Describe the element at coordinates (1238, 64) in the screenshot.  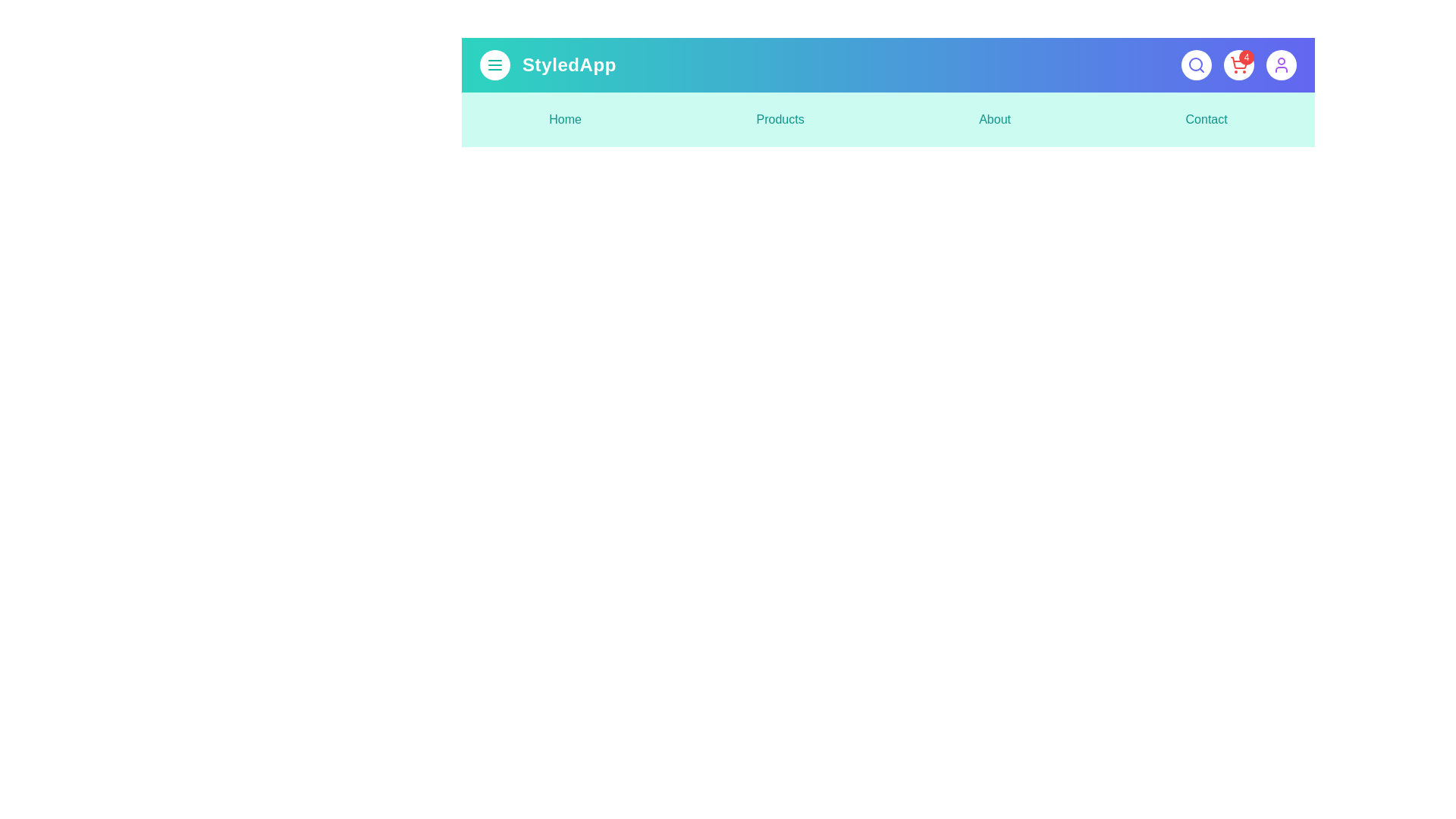
I see `the shopping cart button to open the shopping cart interface` at that location.